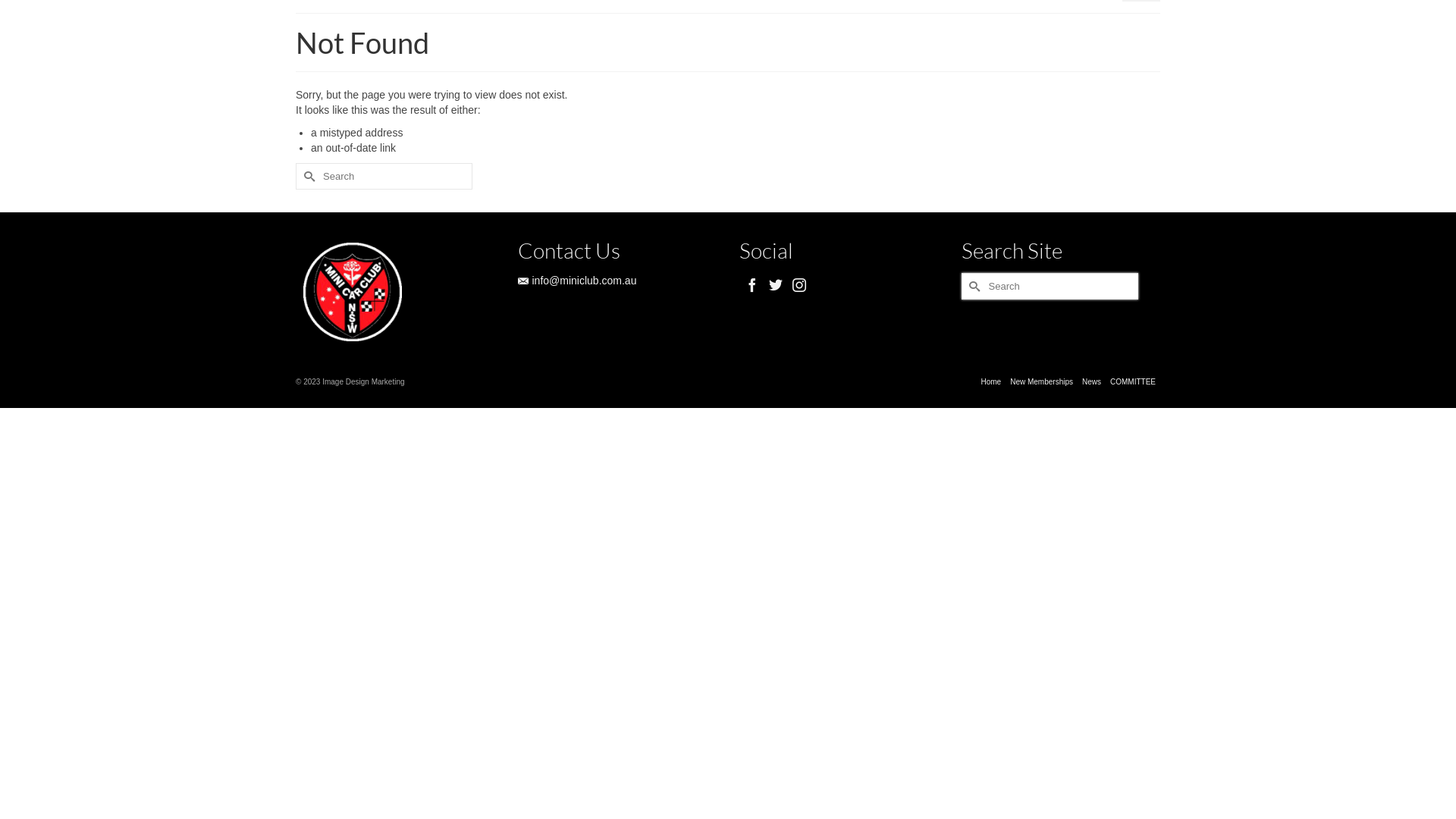 The image size is (1456, 819). I want to click on 'New Memberships', so click(1040, 381).